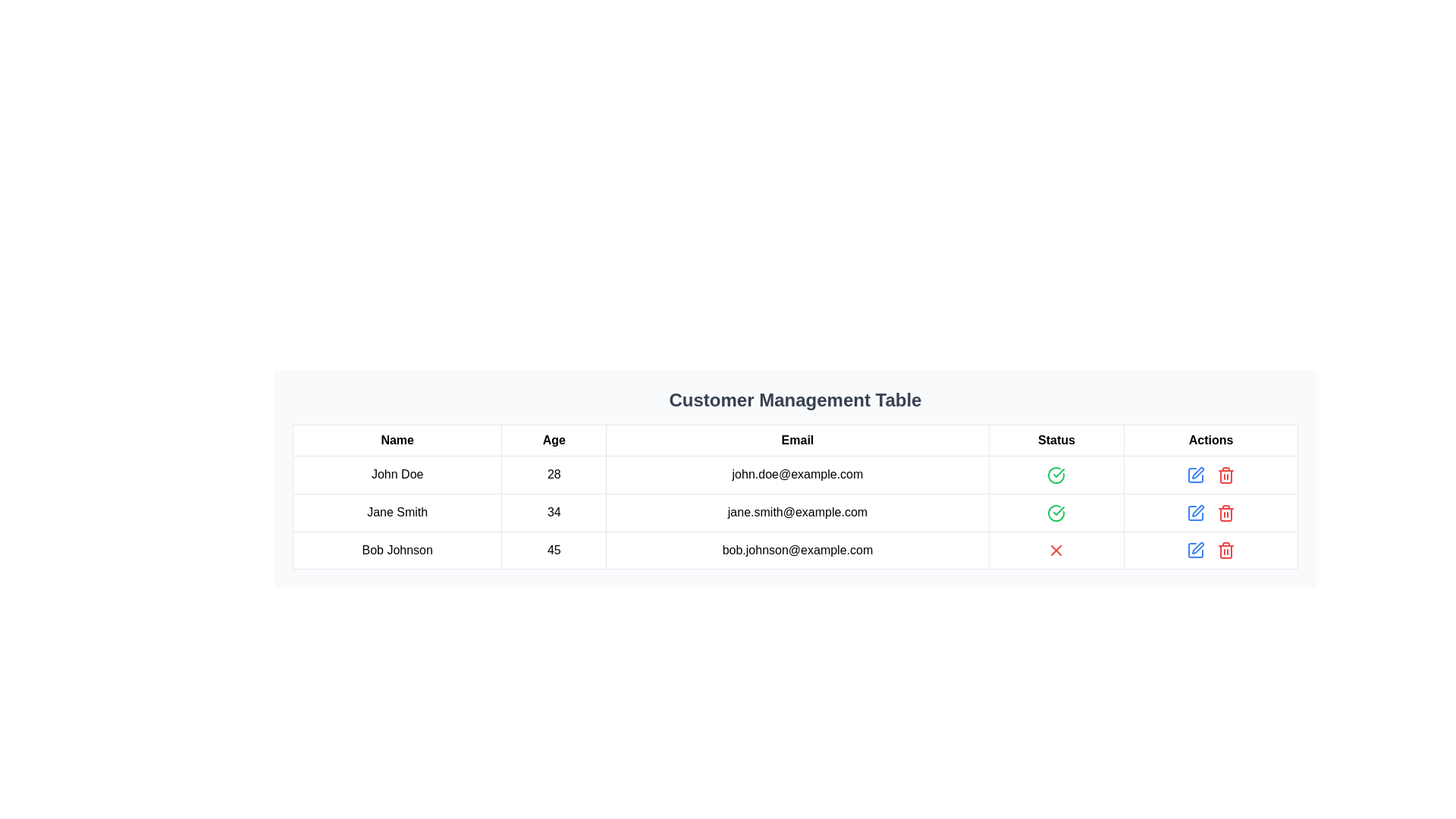 The width and height of the screenshot is (1456, 819). Describe the element at coordinates (1056, 512) in the screenshot. I see `the green checkmark icon indicating a positive status for user Jane Smith in the 'Status' column of the table` at that location.